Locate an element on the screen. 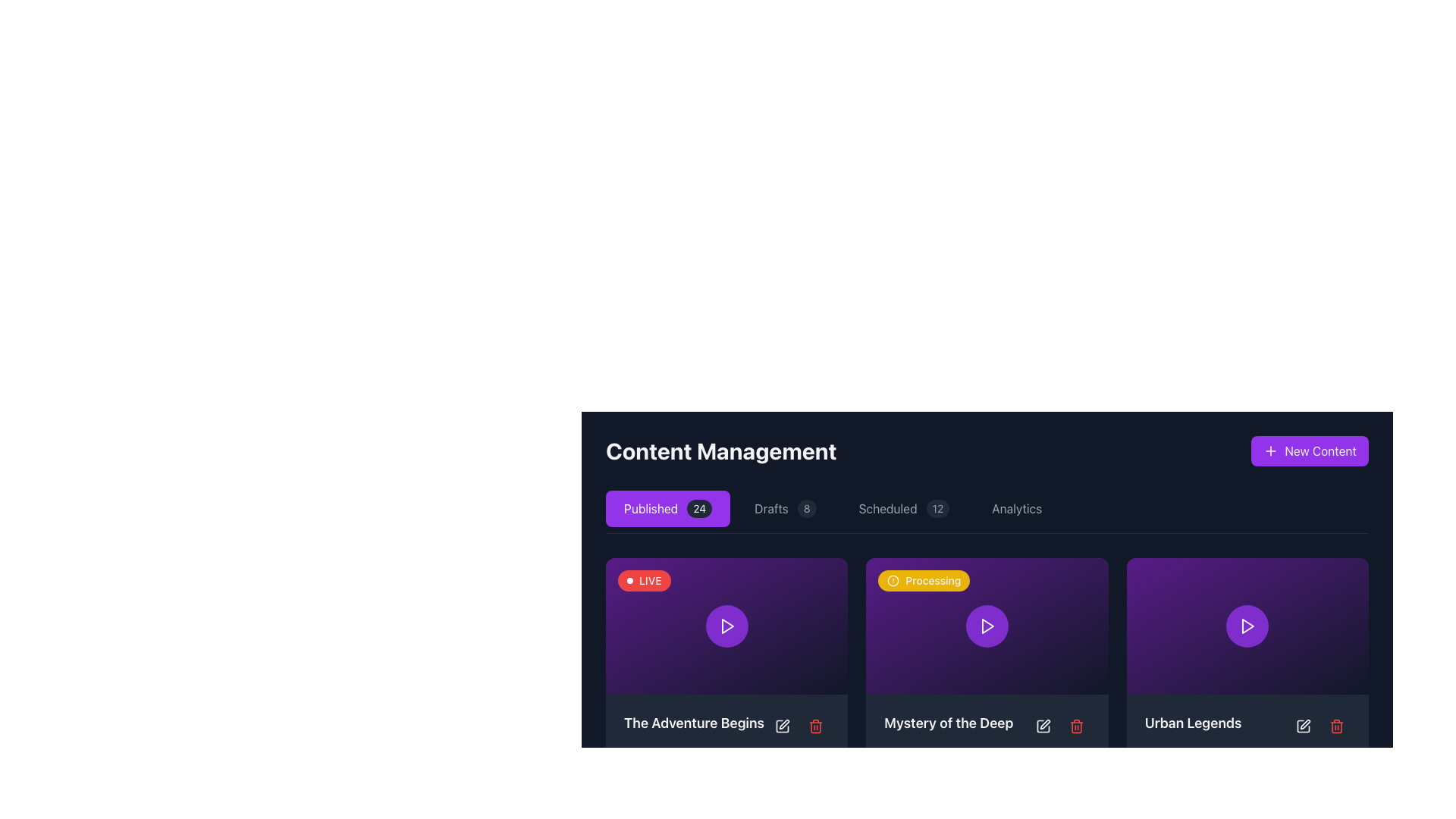  the edit icon in the action toolbar beneath the card titled 'The Adventure Begins' to initiate editing actions for the content is located at coordinates (783, 725).